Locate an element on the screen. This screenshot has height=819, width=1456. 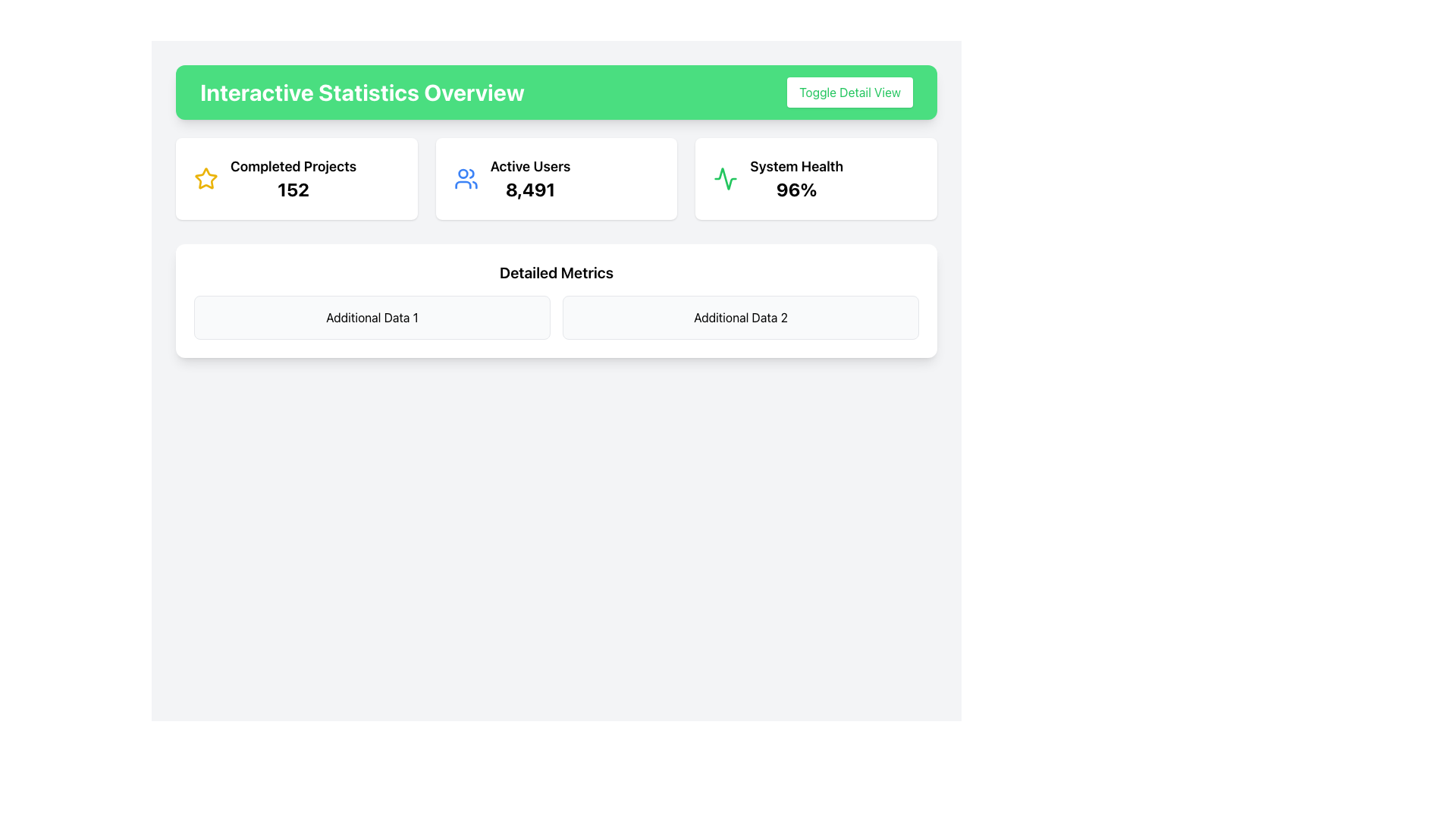
the green outlined oscillating waveform icon located in the 'System Health' module, adjacent to the '96%' text is located at coordinates (725, 177).